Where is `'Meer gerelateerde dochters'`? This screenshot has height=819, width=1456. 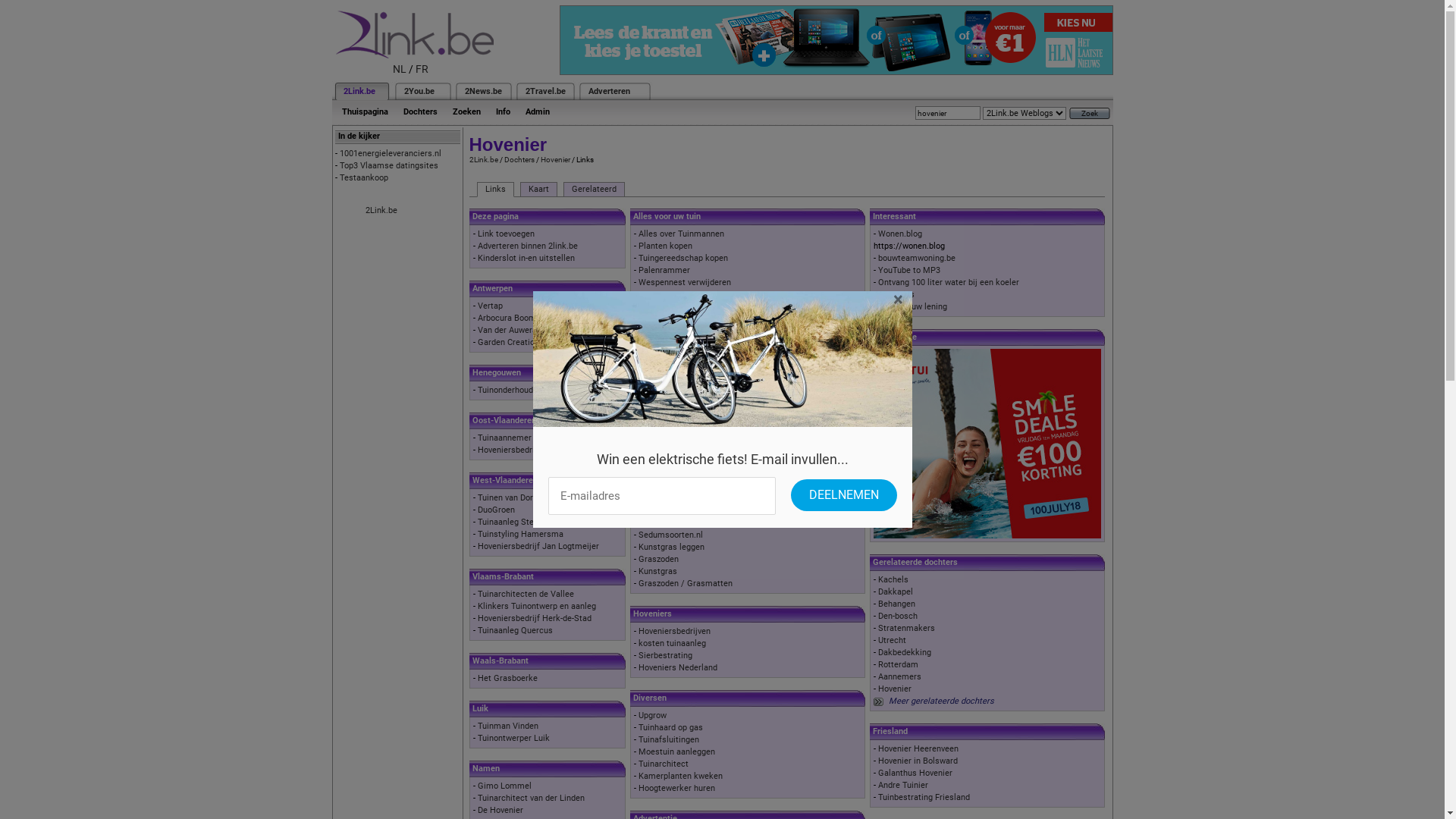 'Meer gerelateerde dochters' is located at coordinates (940, 701).